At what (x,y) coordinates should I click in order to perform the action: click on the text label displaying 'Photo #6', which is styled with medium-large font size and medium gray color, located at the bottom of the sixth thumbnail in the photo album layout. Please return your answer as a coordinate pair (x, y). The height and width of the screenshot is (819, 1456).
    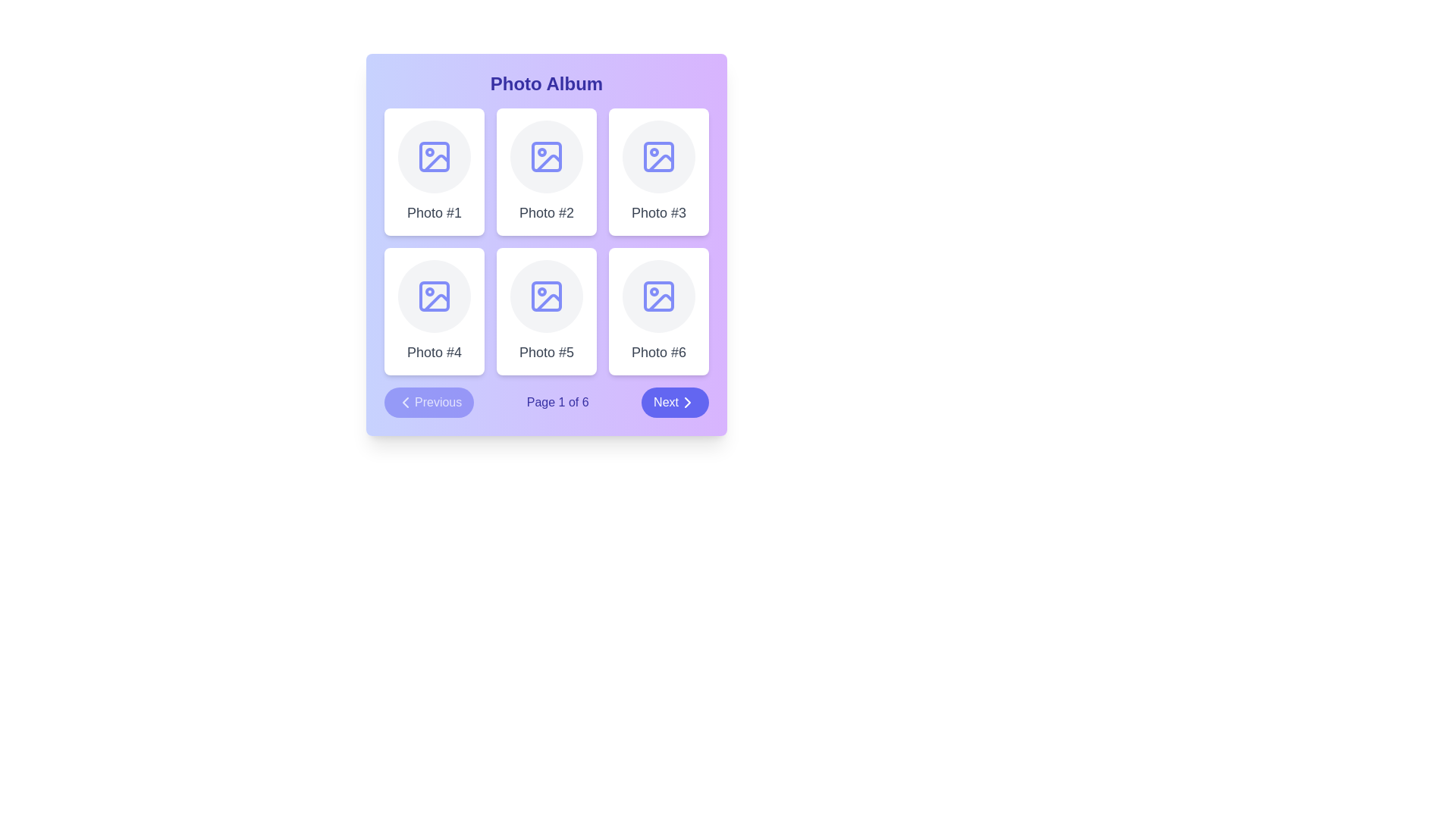
    Looking at the image, I should click on (658, 353).